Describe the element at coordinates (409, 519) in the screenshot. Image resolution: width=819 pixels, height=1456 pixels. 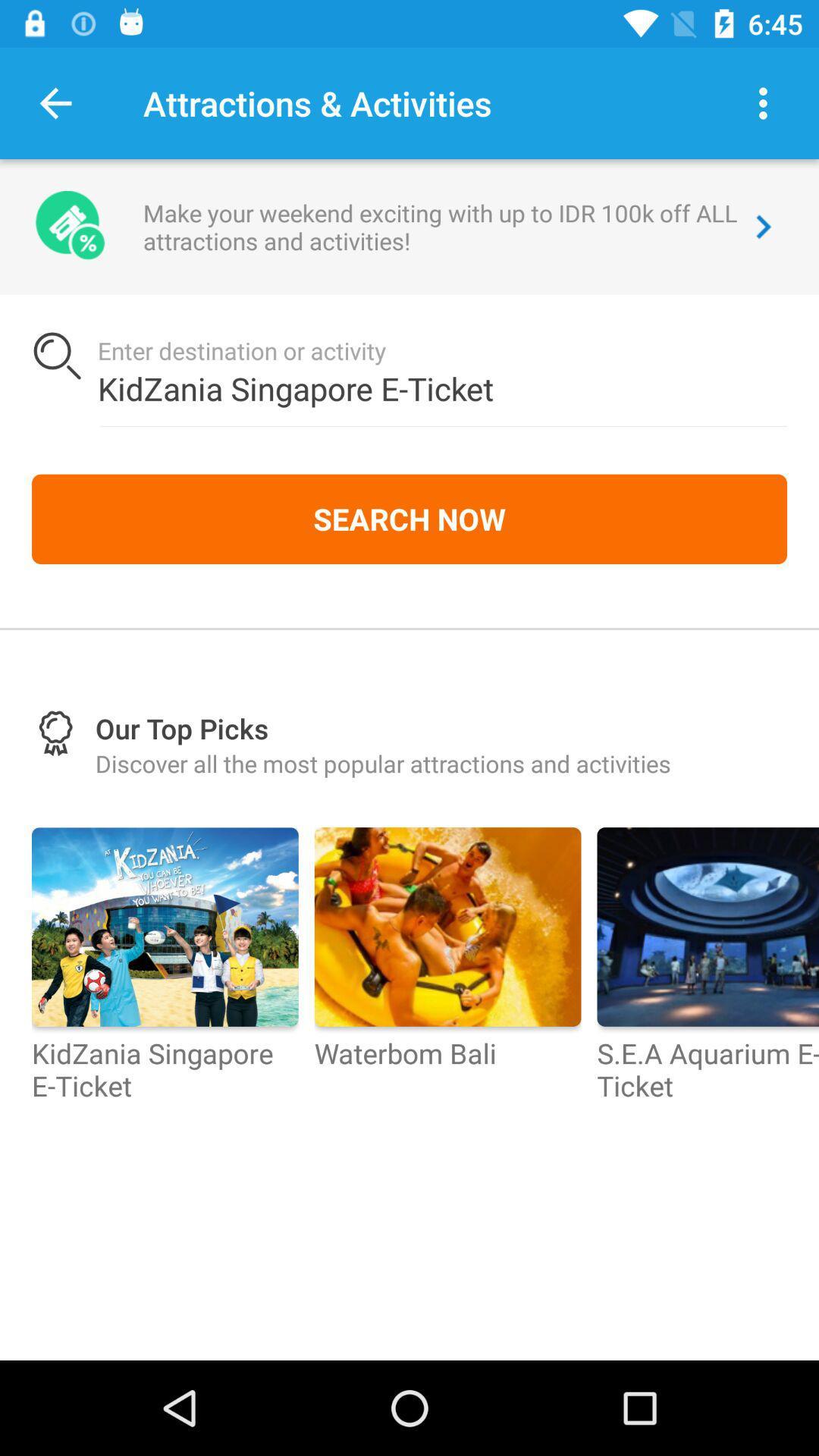
I see `search now icon` at that location.